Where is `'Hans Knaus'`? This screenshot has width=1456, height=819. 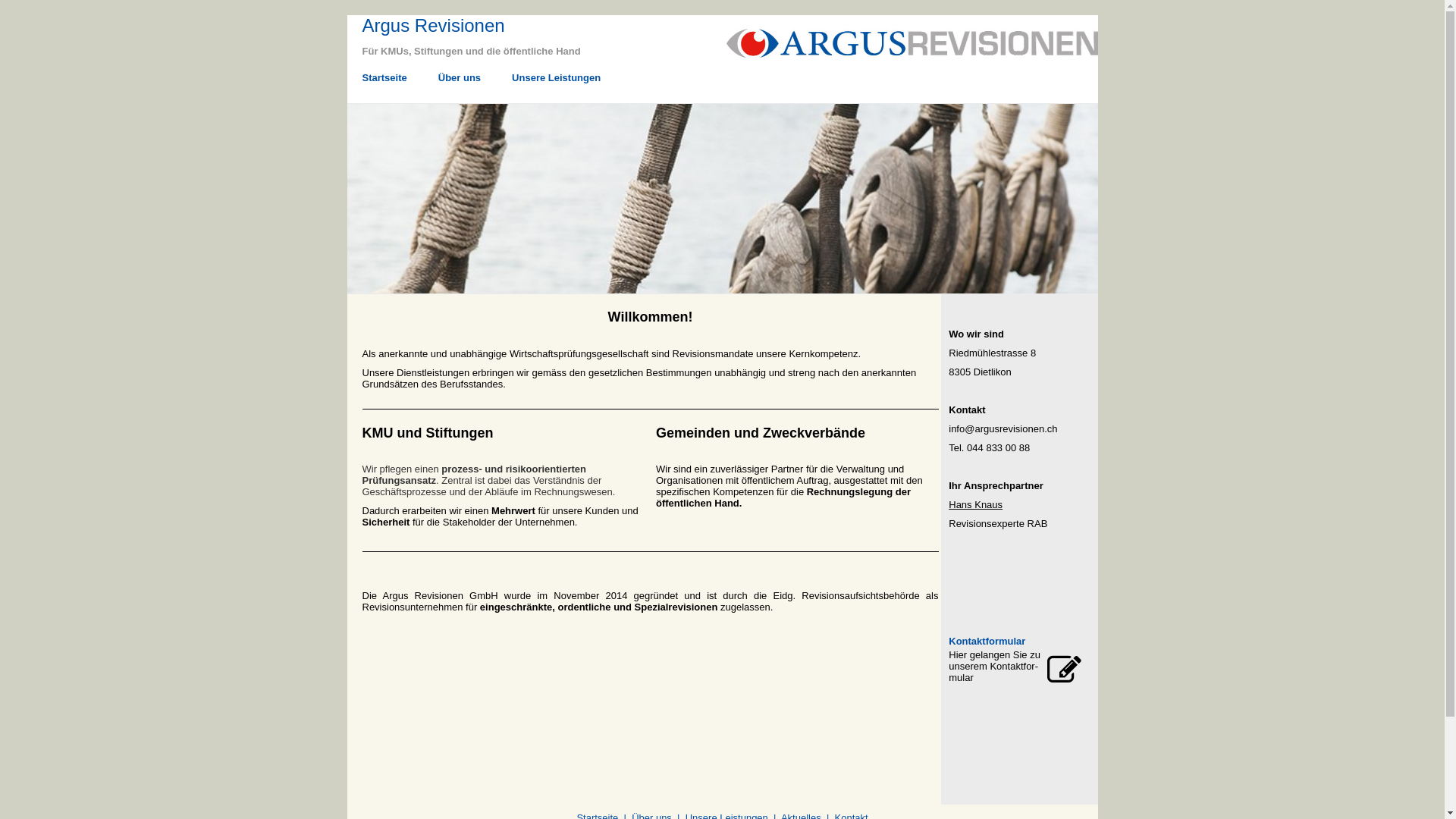
'Hans Knaus' is located at coordinates (975, 504).